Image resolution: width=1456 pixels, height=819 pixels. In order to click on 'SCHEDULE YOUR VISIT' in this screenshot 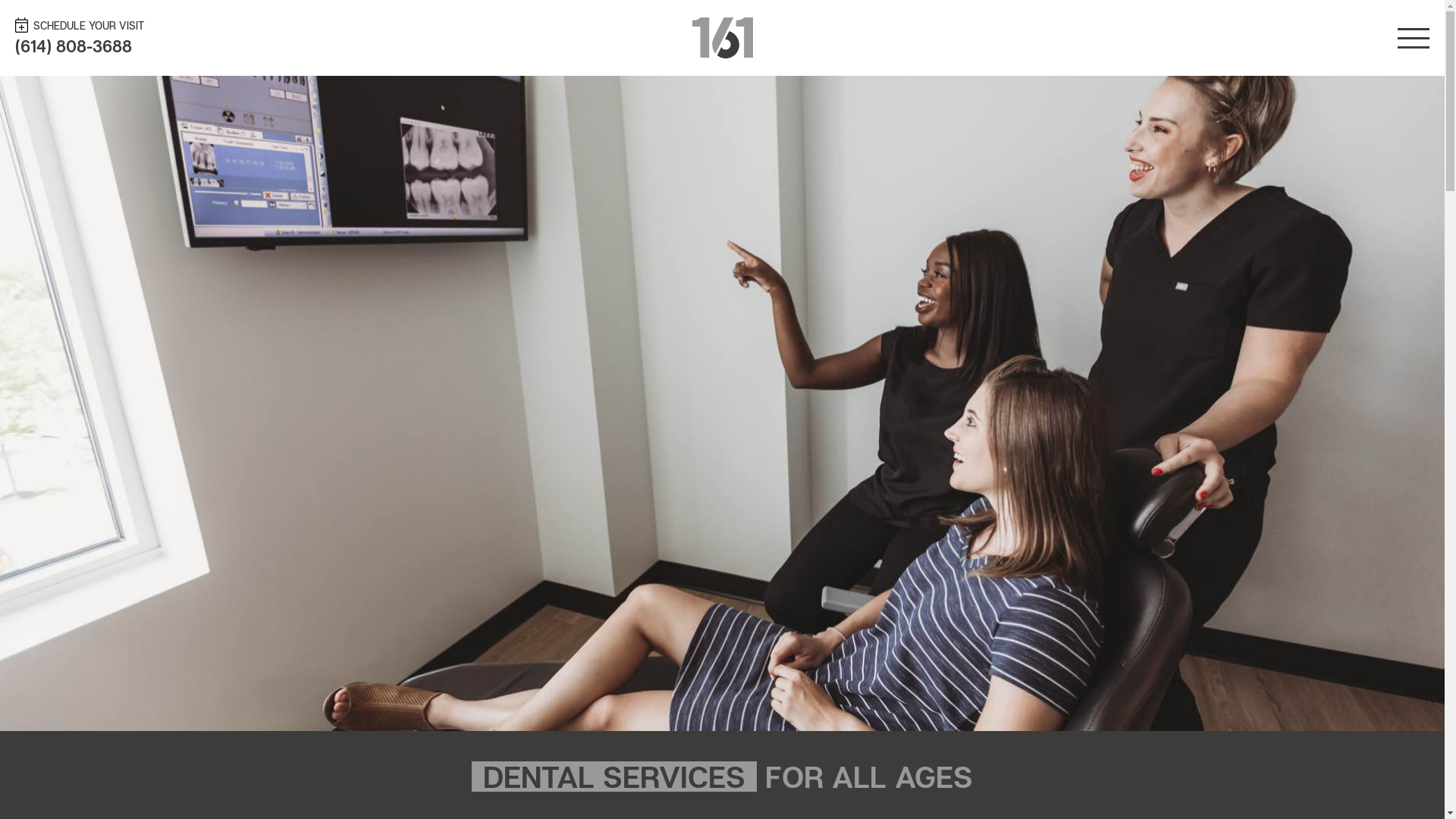, I will do `click(226, 24)`.